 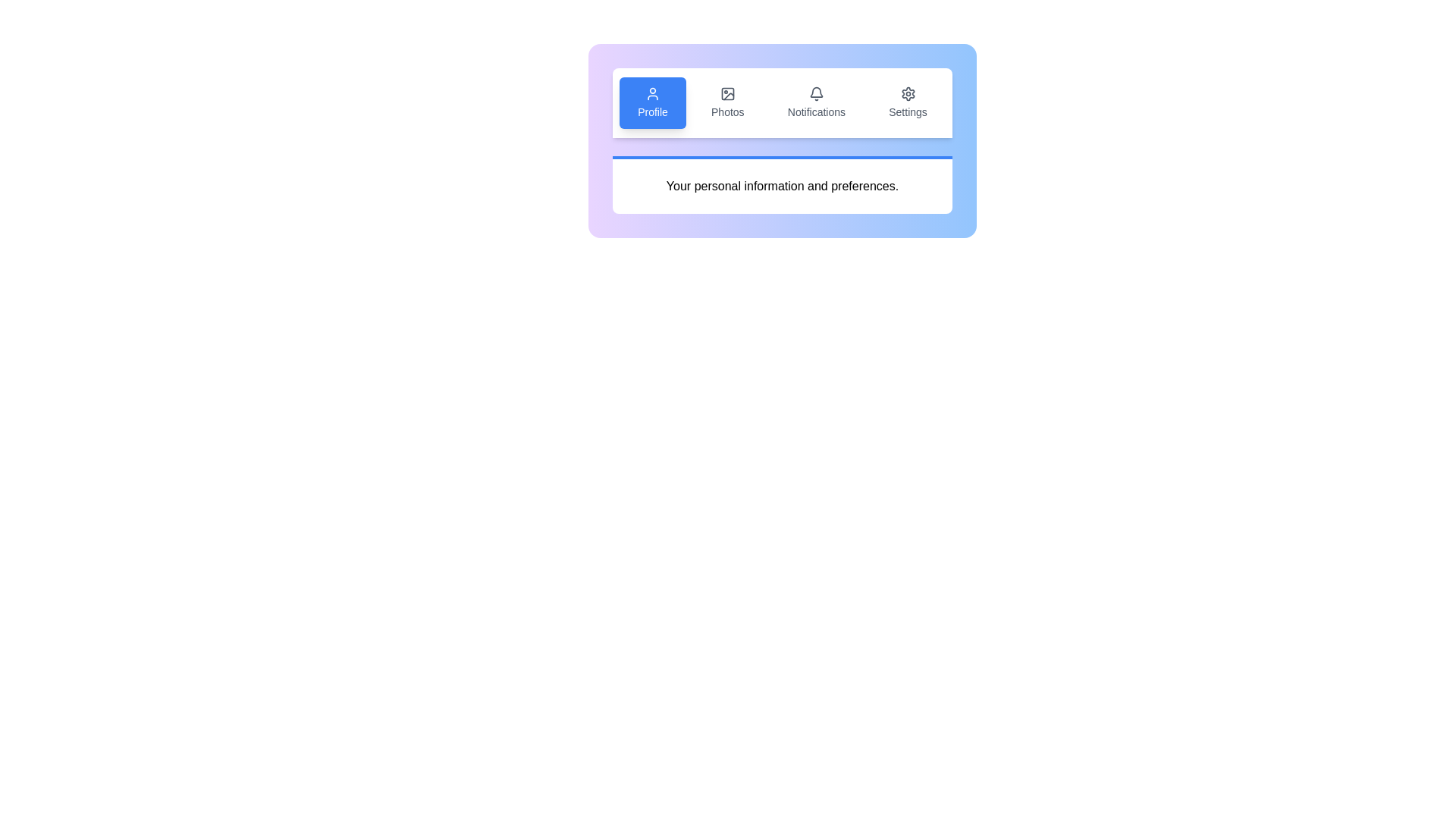 What do you see at coordinates (726, 102) in the screenshot?
I see `the tab labeled Photos to view its content` at bounding box center [726, 102].